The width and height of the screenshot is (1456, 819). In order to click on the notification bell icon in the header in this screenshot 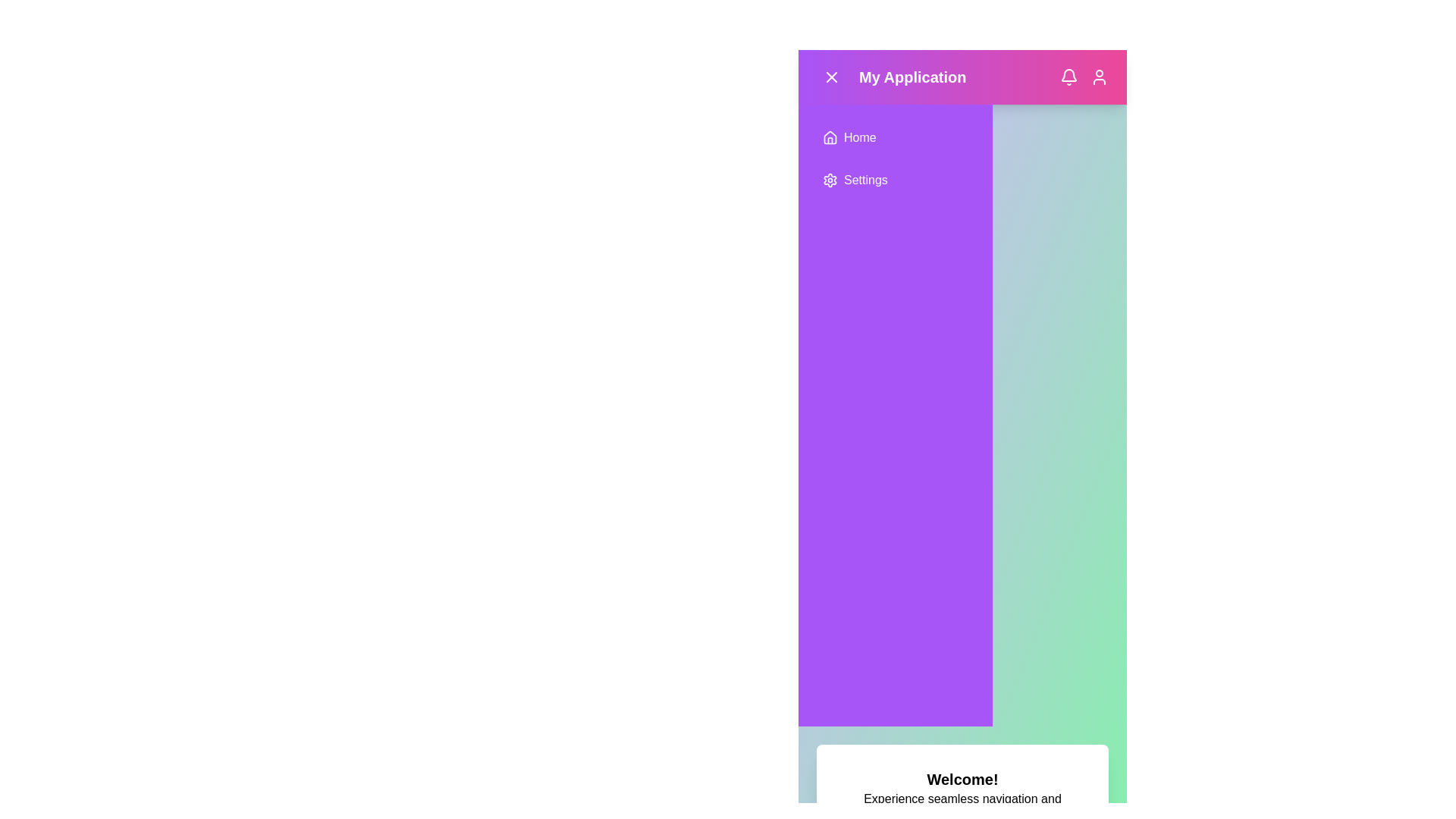, I will do `click(1068, 77)`.